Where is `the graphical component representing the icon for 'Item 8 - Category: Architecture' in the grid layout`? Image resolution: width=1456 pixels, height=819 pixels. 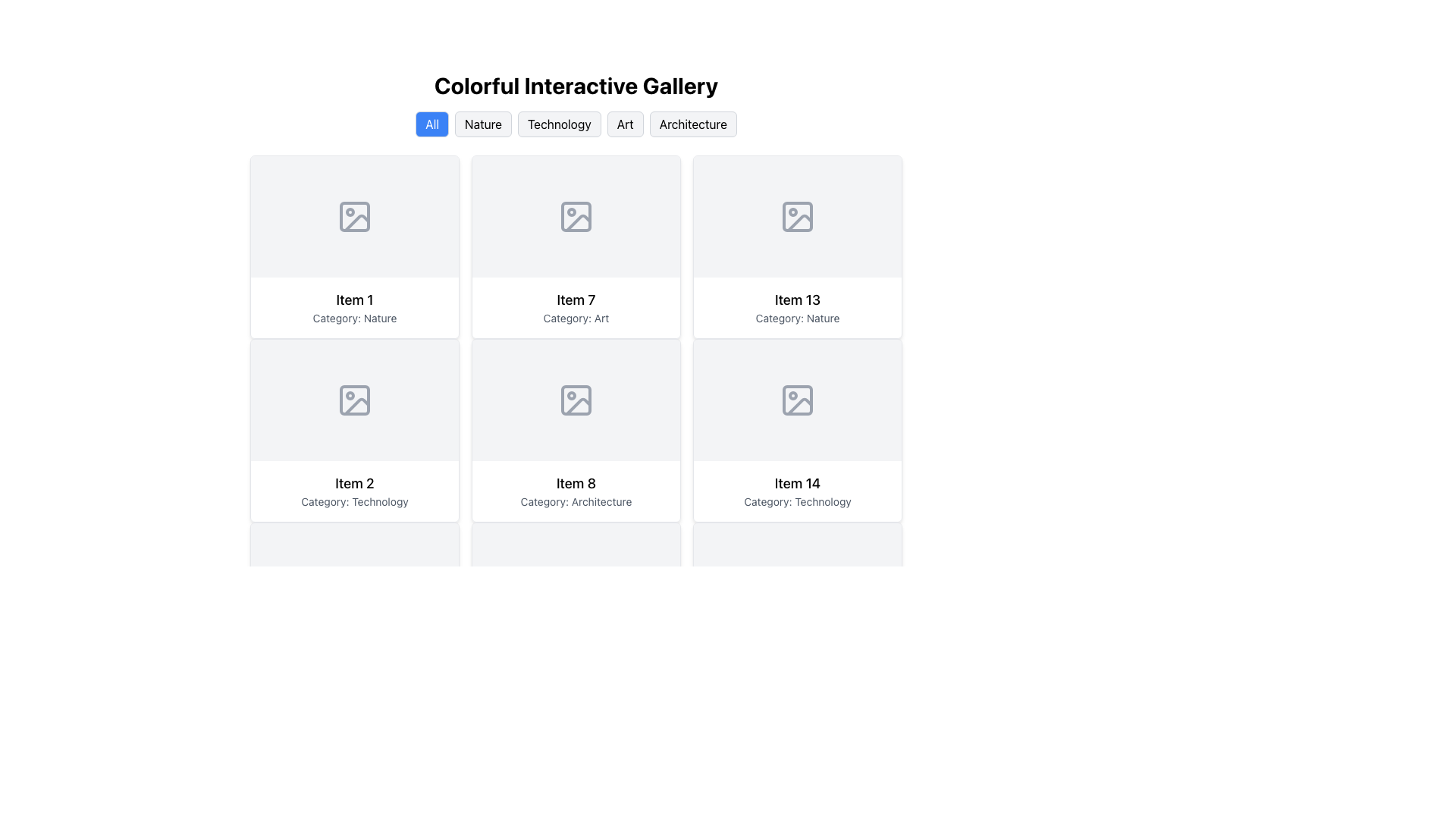 the graphical component representing the icon for 'Item 8 - Category: Architecture' in the grid layout is located at coordinates (575, 400).